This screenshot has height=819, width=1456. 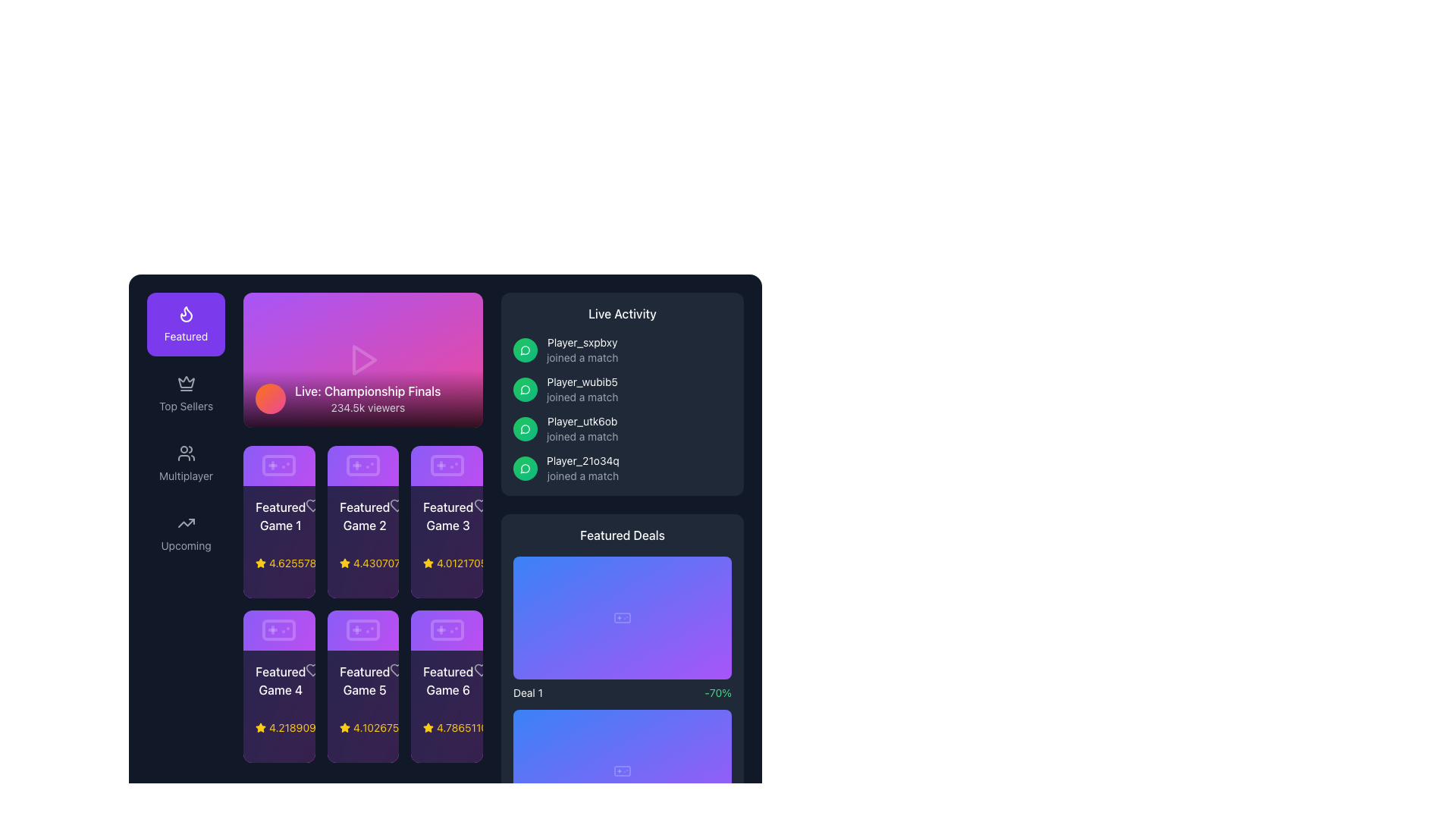 What do you see at coordinates (185, 452) in the screenshot?
I see `the SVG icon depicting a group of people, which is part of the 'Multiplayer' button in the left navigation panel` at bounding box center [185, 452].